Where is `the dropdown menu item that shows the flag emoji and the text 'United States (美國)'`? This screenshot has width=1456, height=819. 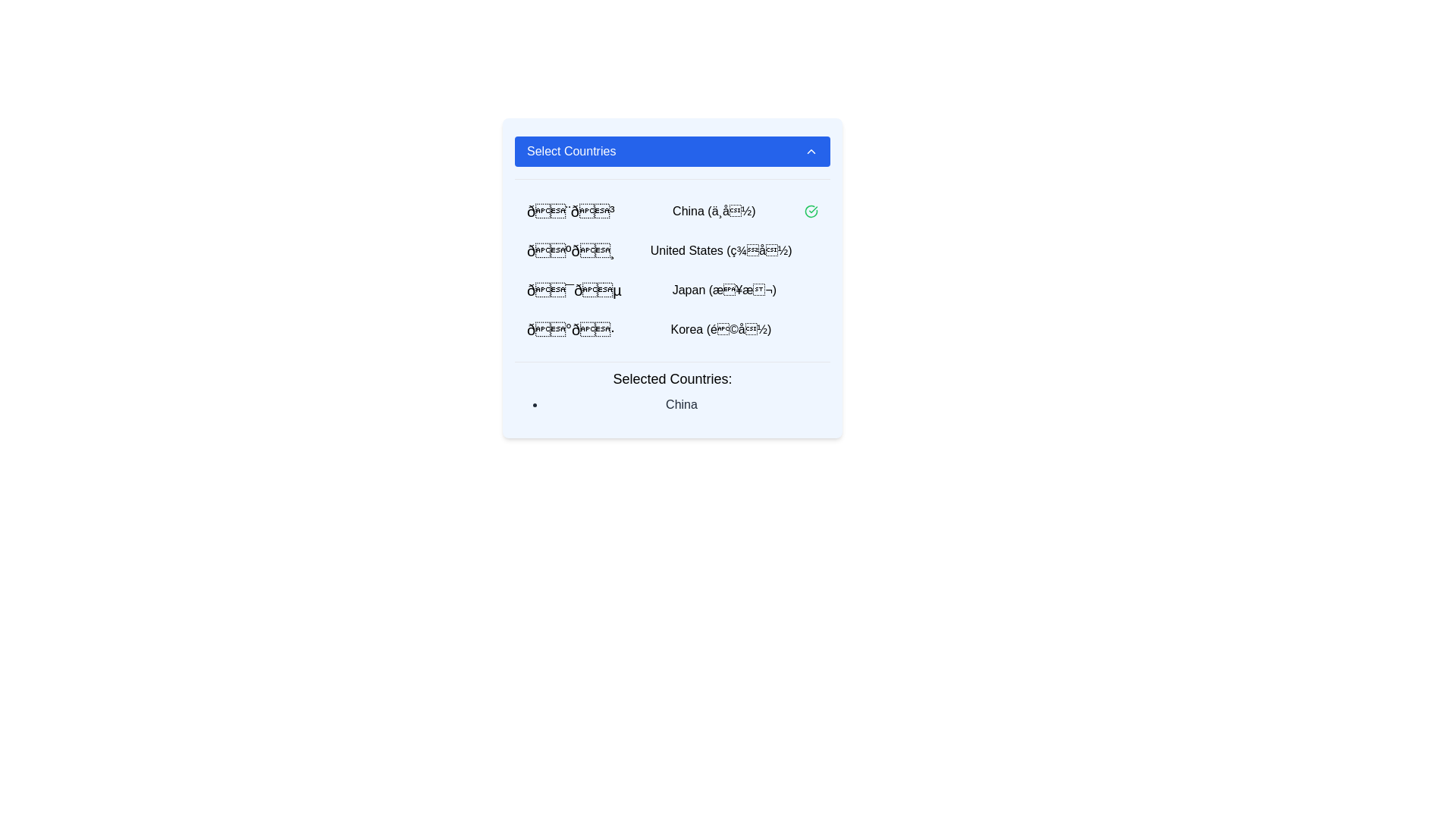
the dropdown menu item that shows the flag emoji and the text 'United States (美國)' is located at coordinates (672, 250).